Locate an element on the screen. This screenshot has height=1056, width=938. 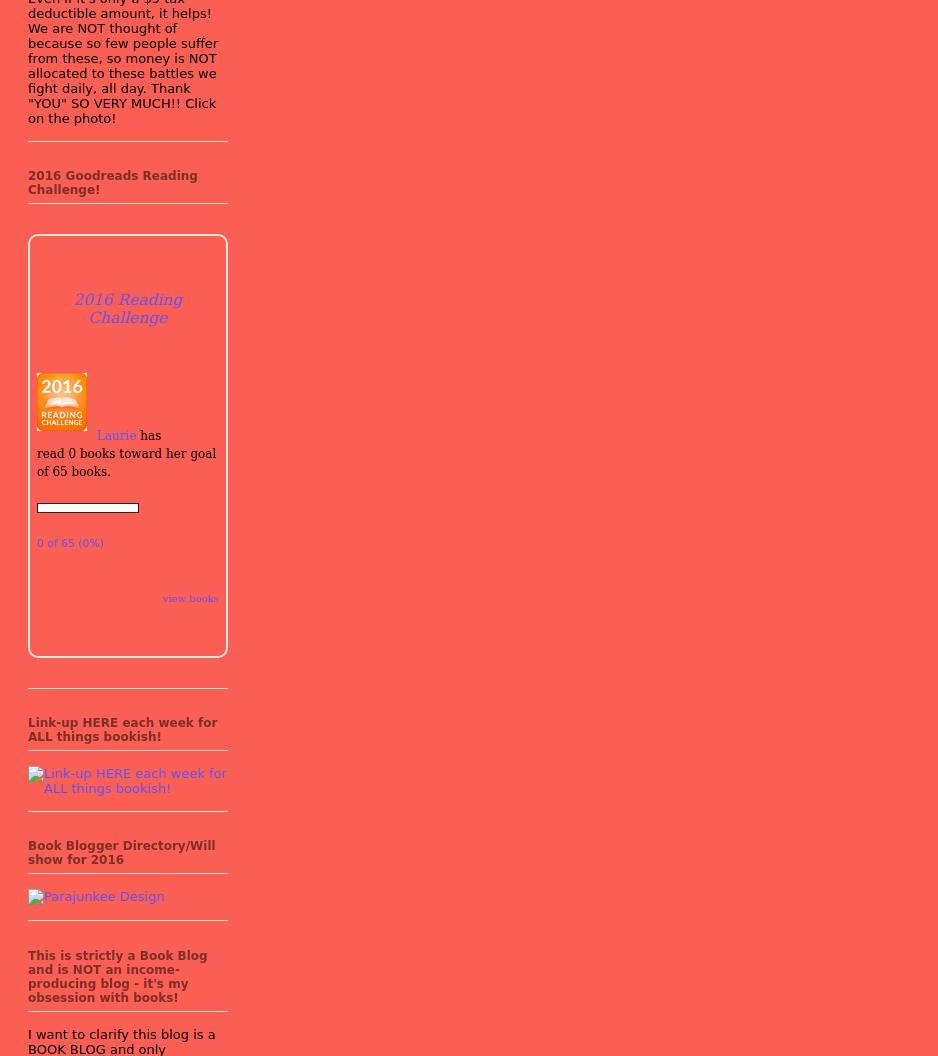
'Book Blogger Directory/Will show for 2016' is located at coordinates (120, 853).